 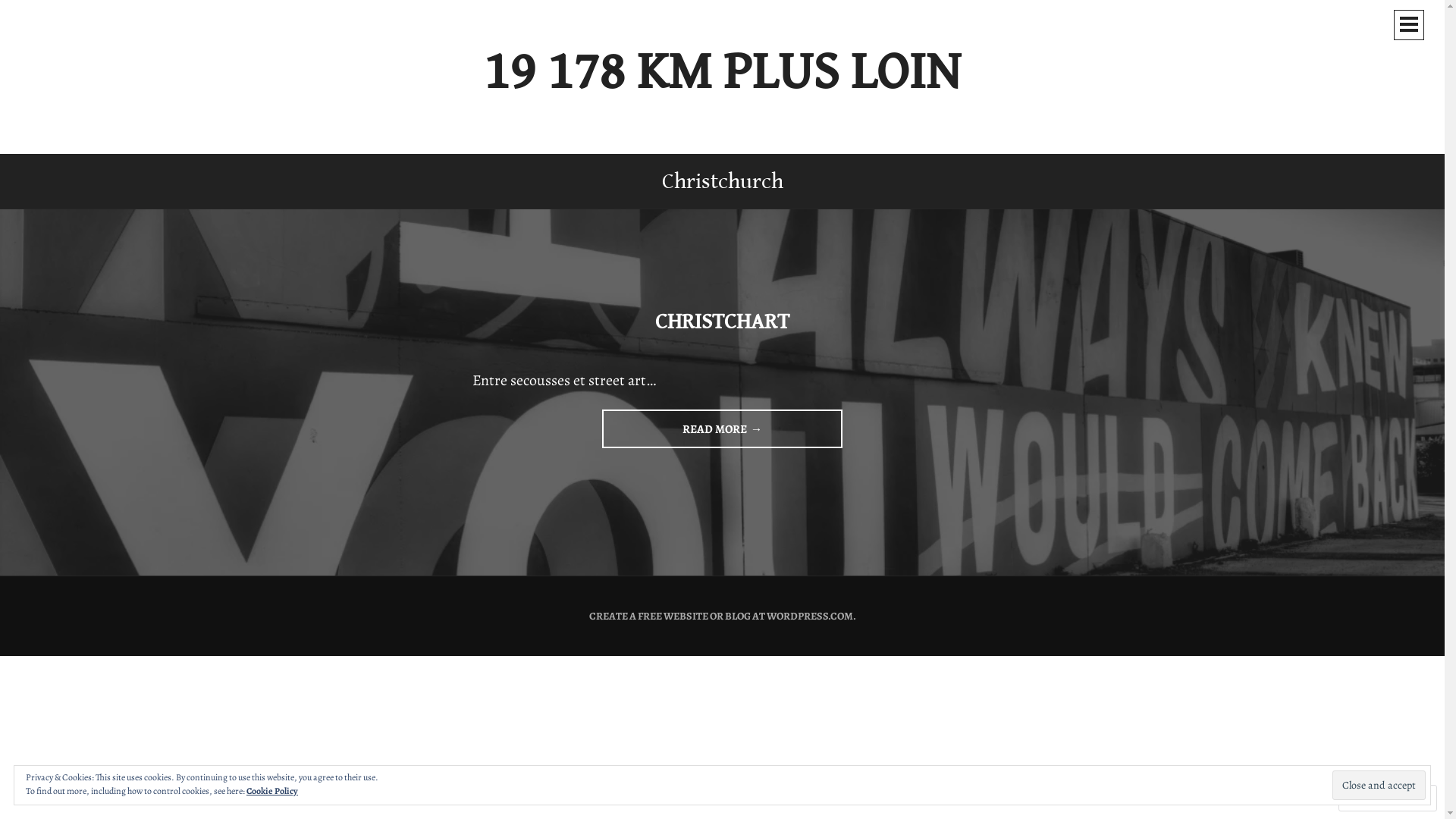 I want to click on 'Follow', so click(x=1373, y=797).